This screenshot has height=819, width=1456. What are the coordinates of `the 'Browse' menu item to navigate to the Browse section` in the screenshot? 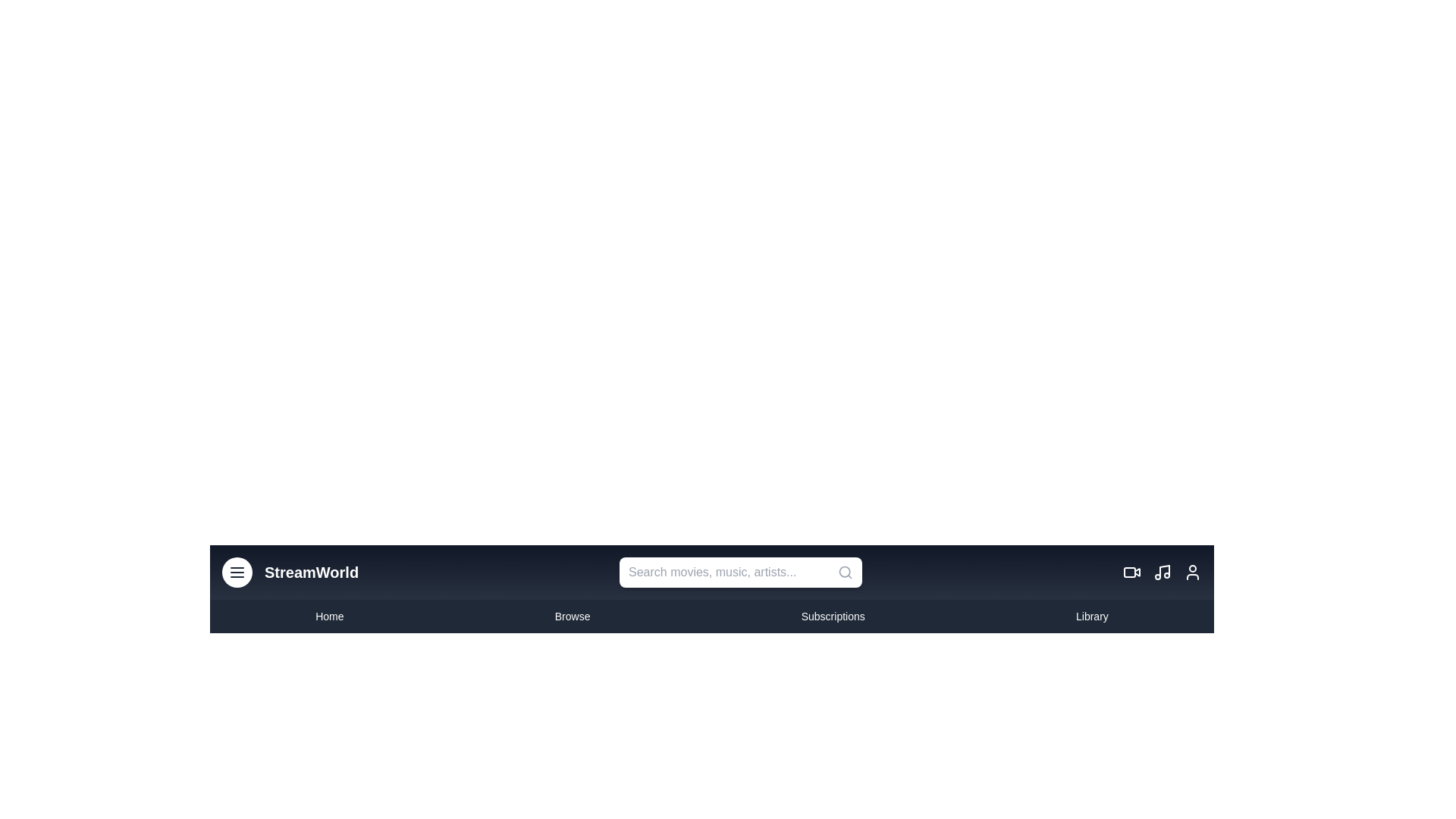 It's located at (571, 617).